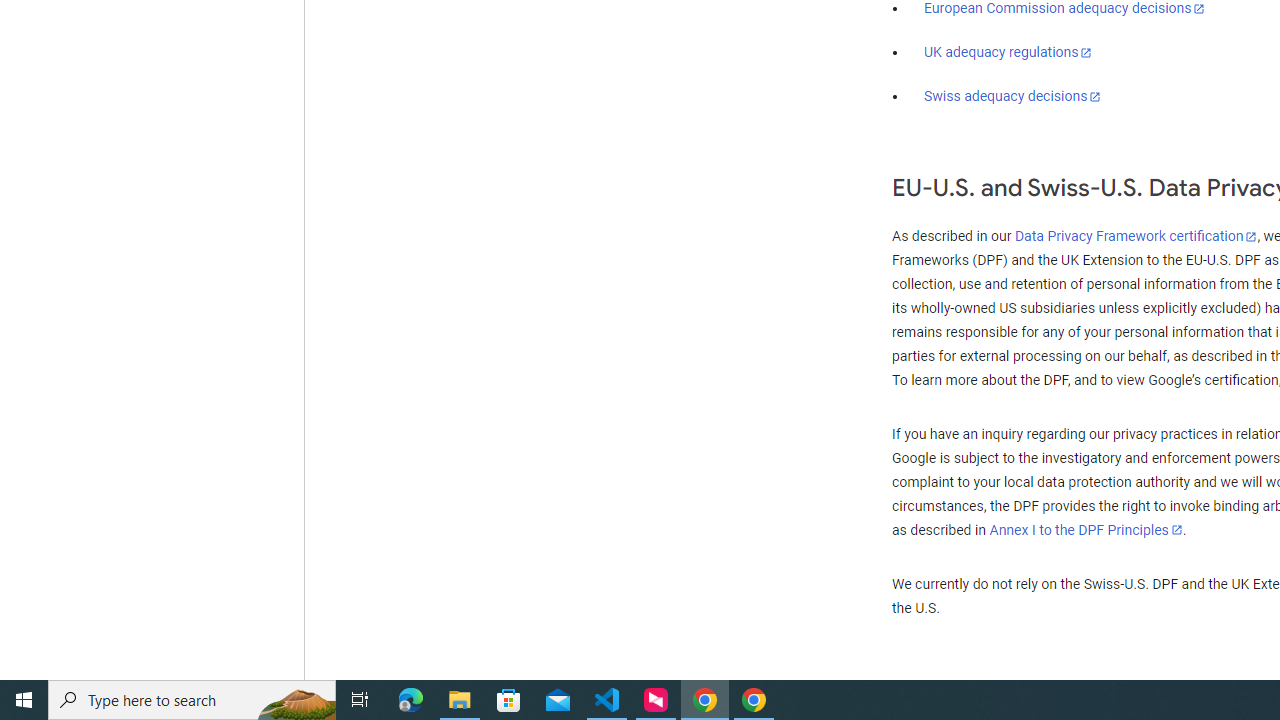  Describe the element at coordinates (1085, 529) in the screenshot. I see `'Annex I to the DPF Principles'` at that location.